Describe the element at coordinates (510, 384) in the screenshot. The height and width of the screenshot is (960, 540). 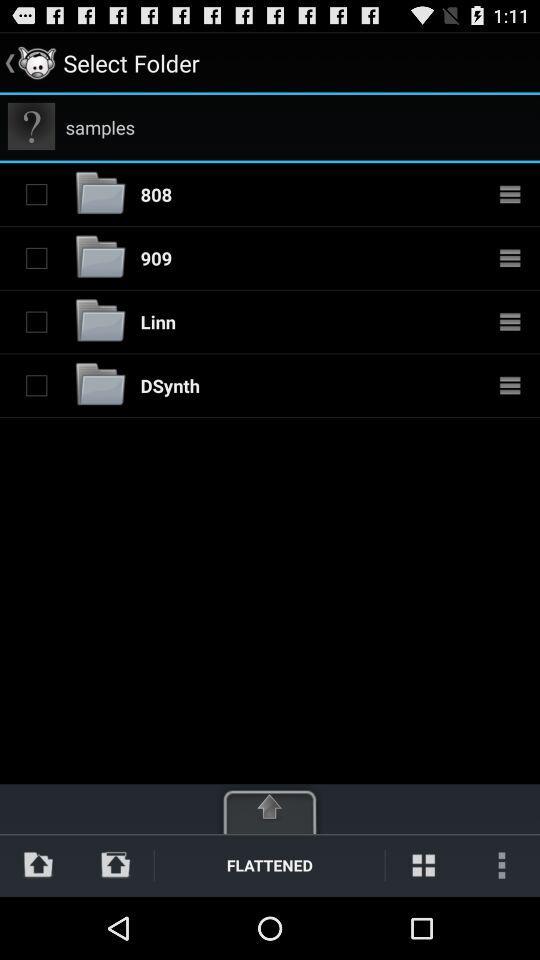
I see `more options` at that location.